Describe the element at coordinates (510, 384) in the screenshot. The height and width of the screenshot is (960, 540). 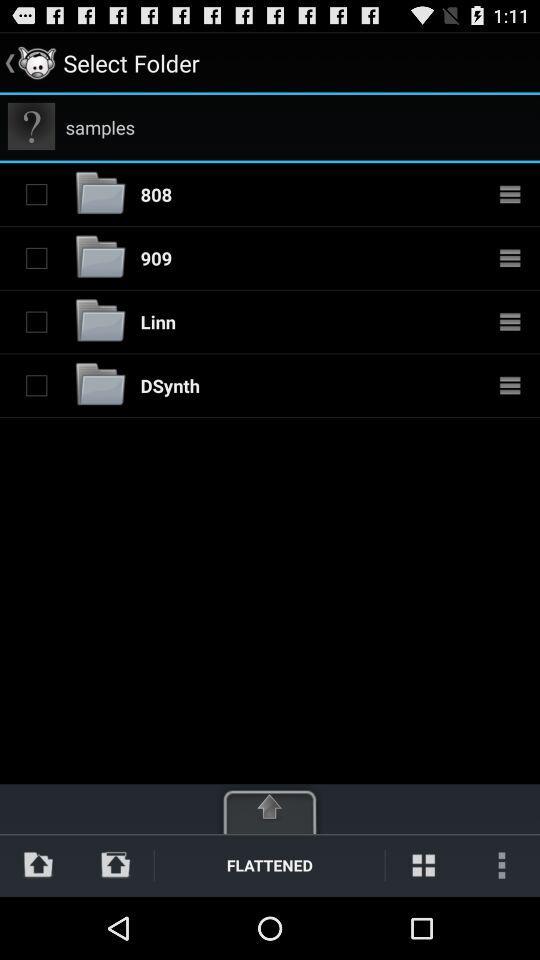
I see `more options` at that location.